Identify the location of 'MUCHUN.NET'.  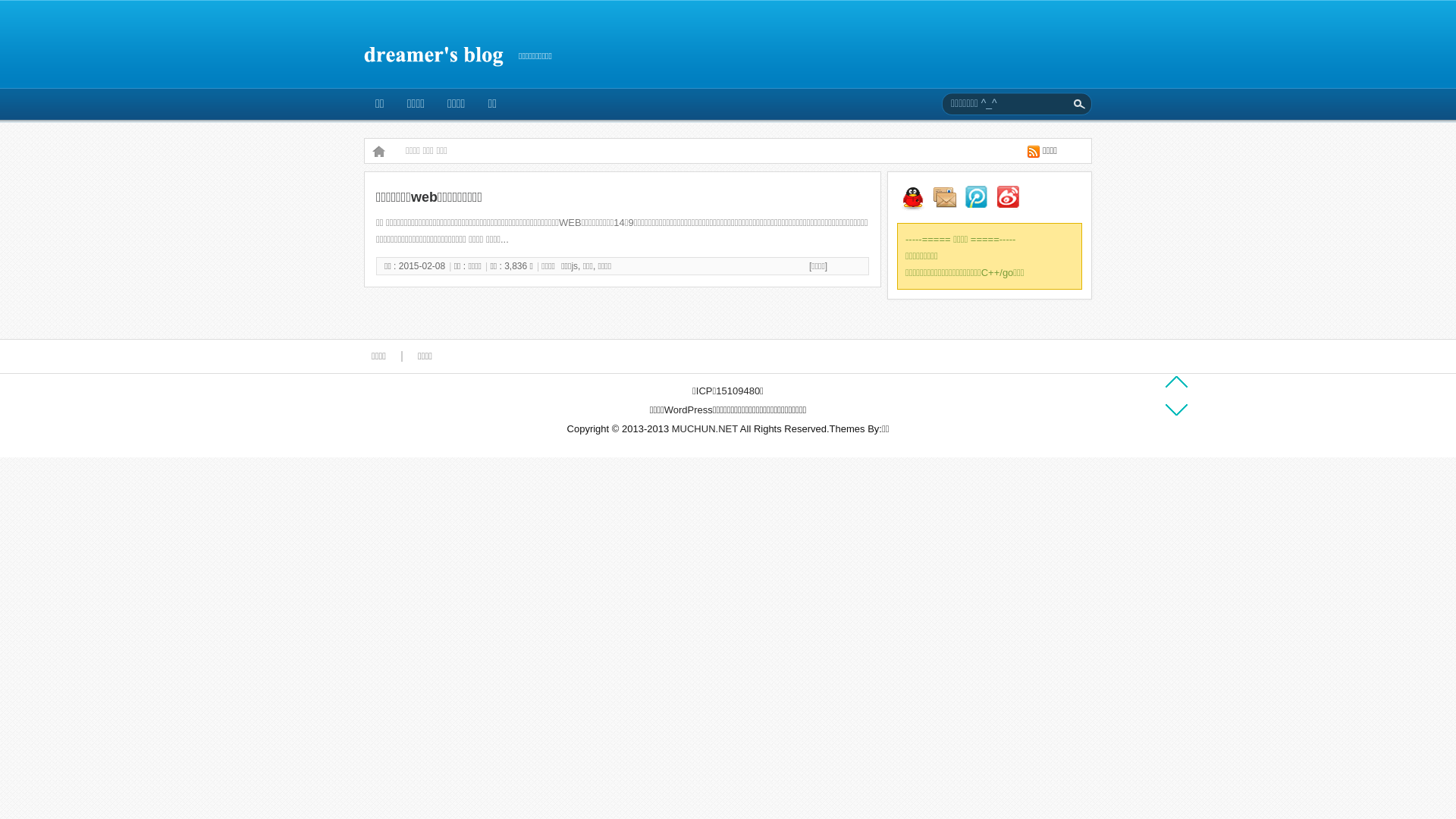
(704, 428).